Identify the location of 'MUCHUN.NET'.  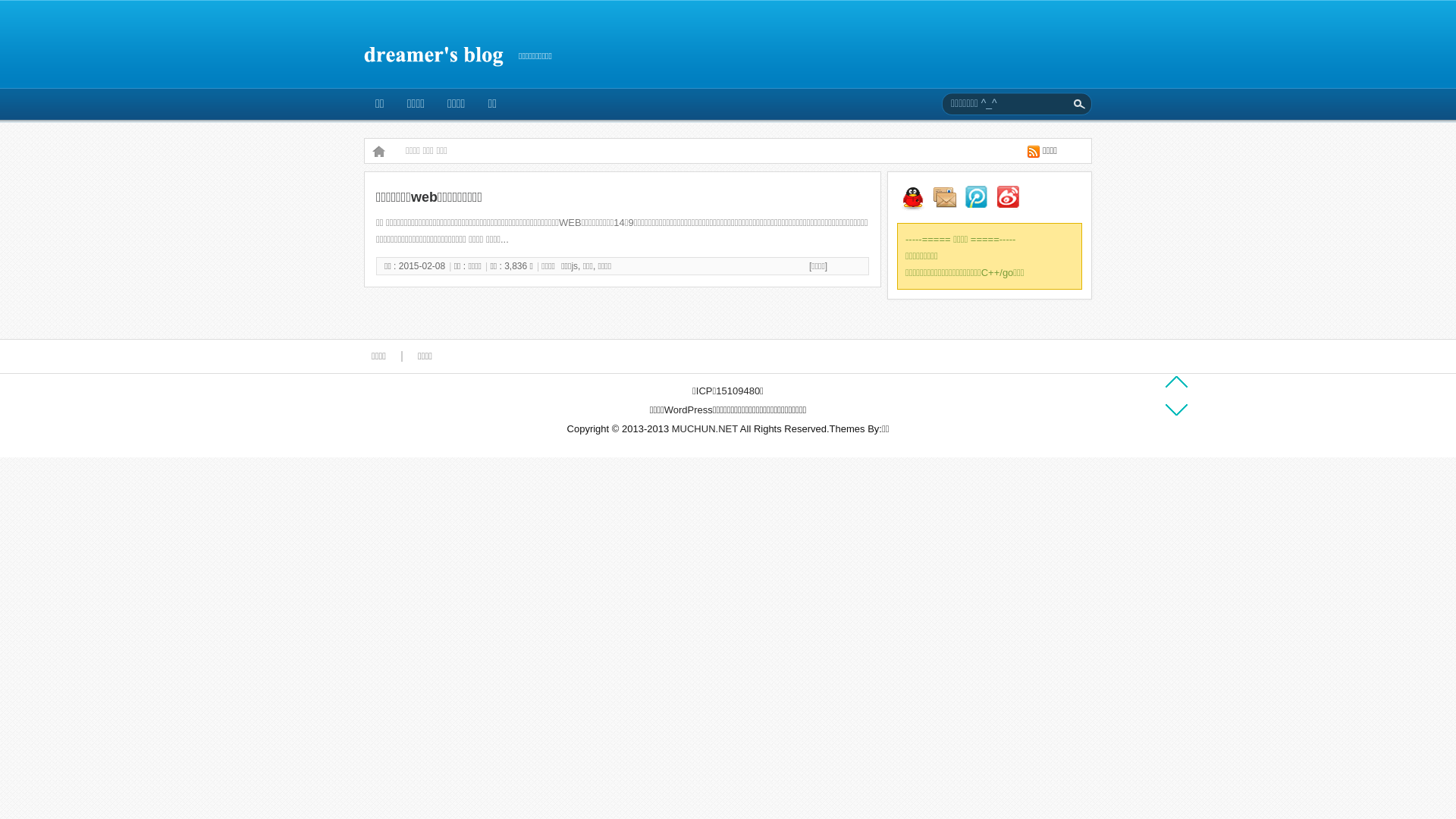
(704, 428).